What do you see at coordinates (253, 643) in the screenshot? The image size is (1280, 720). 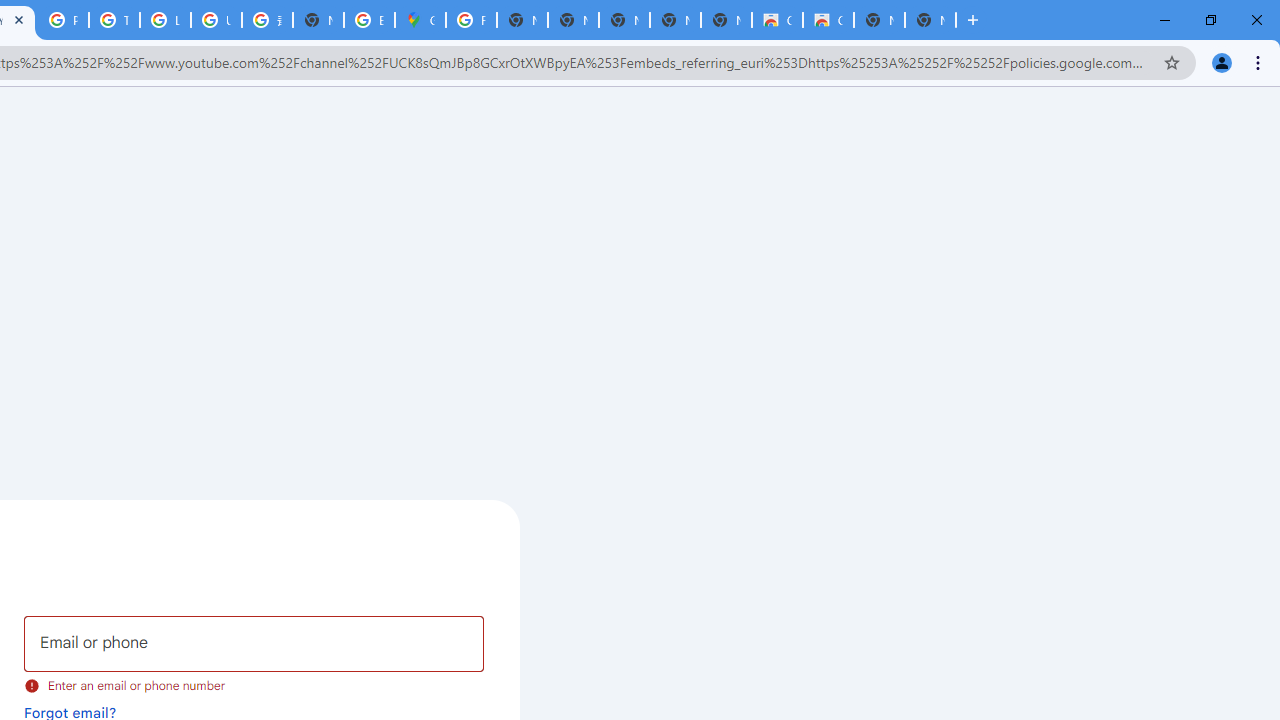 I see `'Email or phone'` at bounding box center [253, 643].